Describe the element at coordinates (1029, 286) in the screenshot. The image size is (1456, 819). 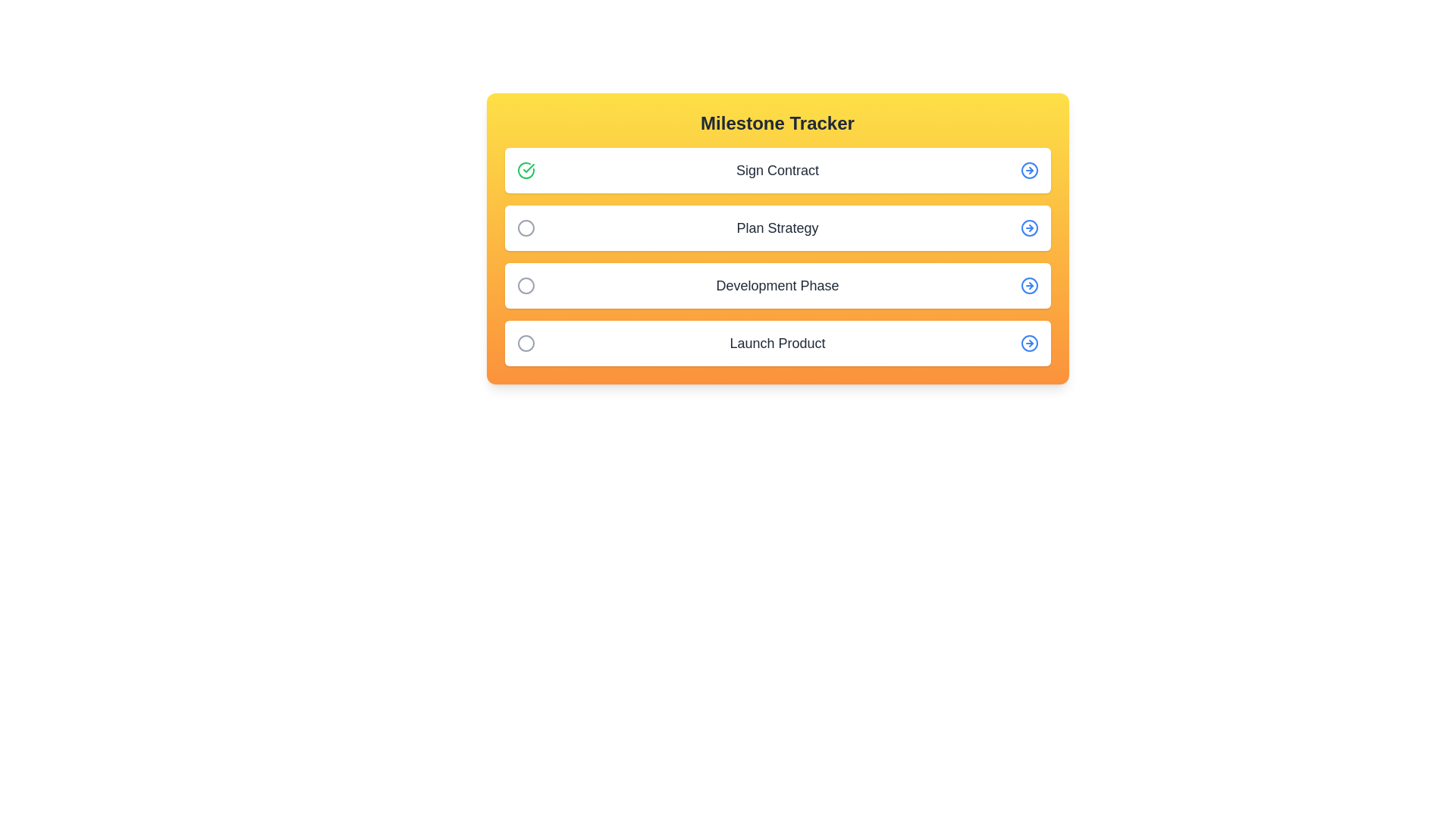
I see `the blue circular icon with a rightward arrow, located at the far-right side of the 'Development Phase' section in the milestone tracker interface` at that location.